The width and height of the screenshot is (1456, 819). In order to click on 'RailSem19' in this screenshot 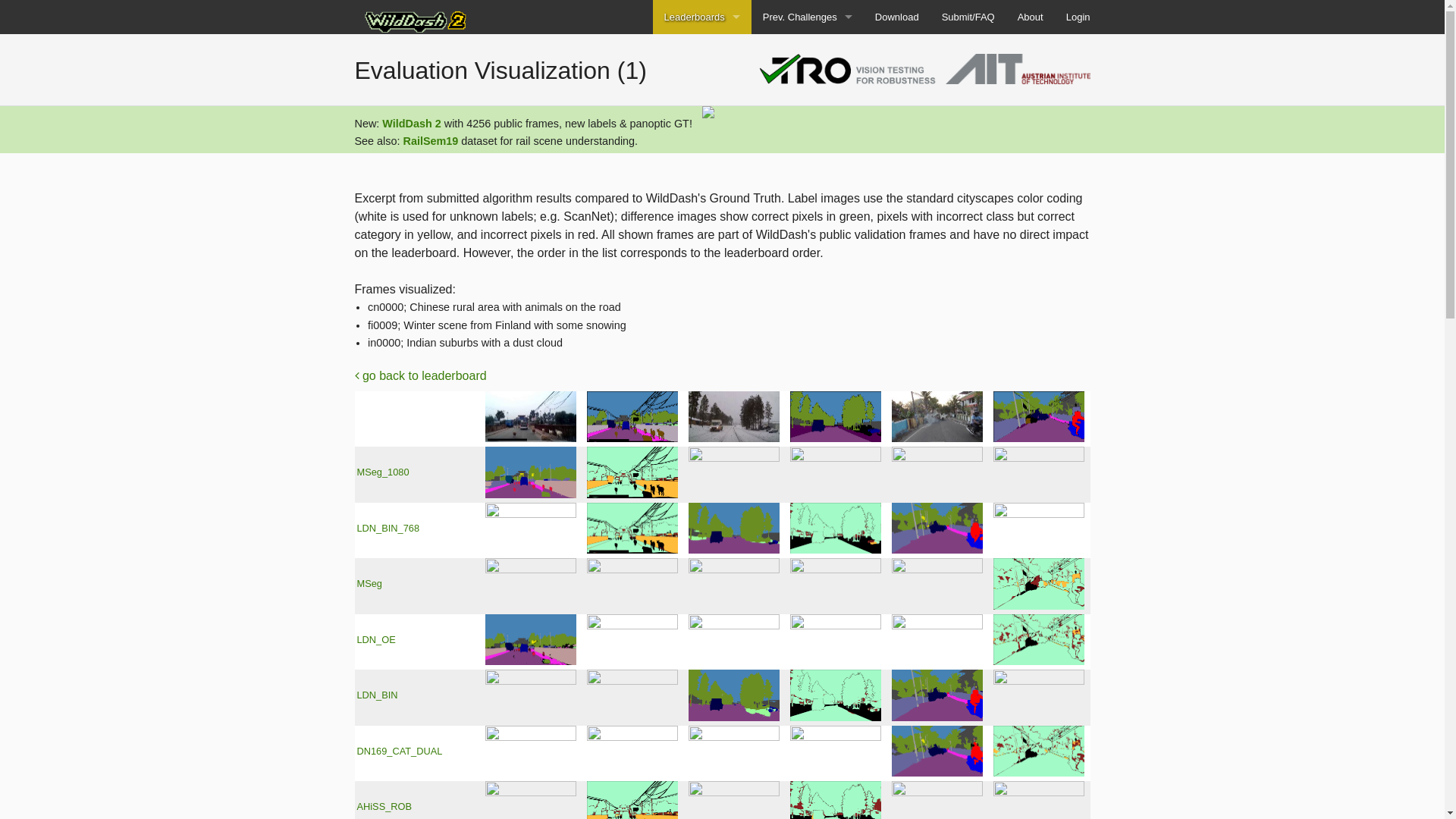, I will do `click(403, 140)`.